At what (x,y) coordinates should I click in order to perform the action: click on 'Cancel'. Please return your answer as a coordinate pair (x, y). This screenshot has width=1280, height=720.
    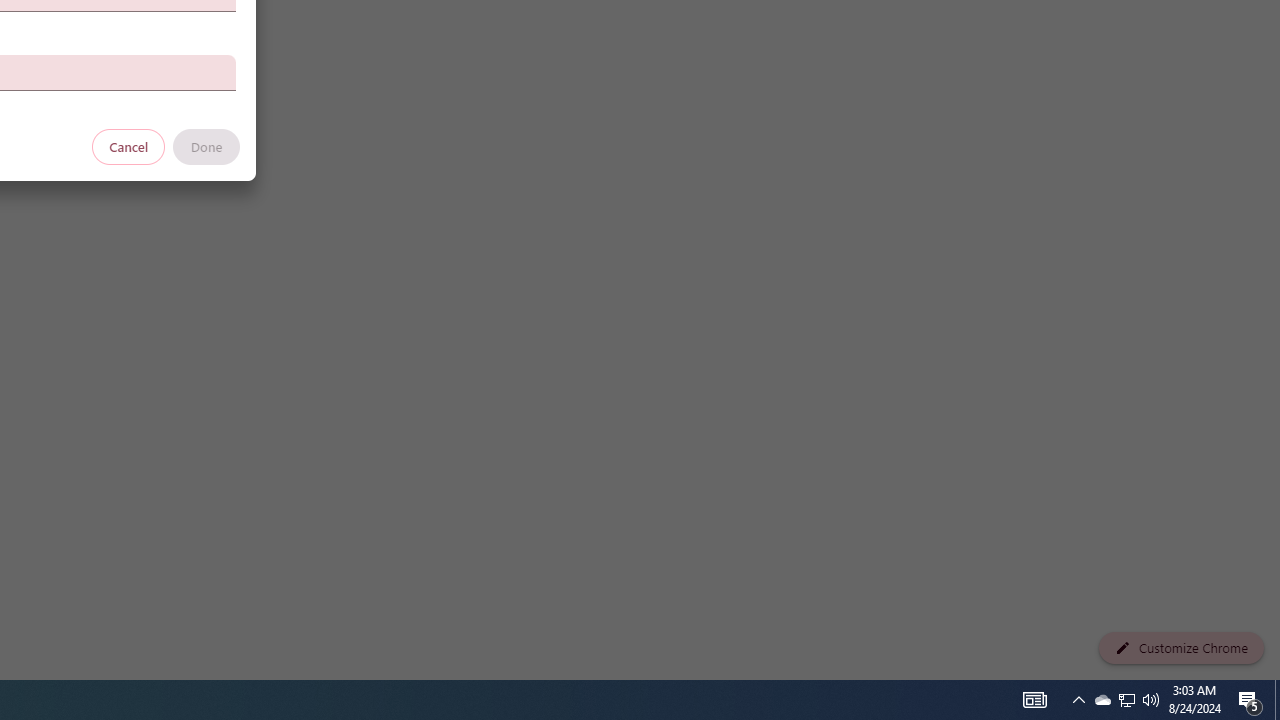
    Looking at the image, I should click on (128, 145).